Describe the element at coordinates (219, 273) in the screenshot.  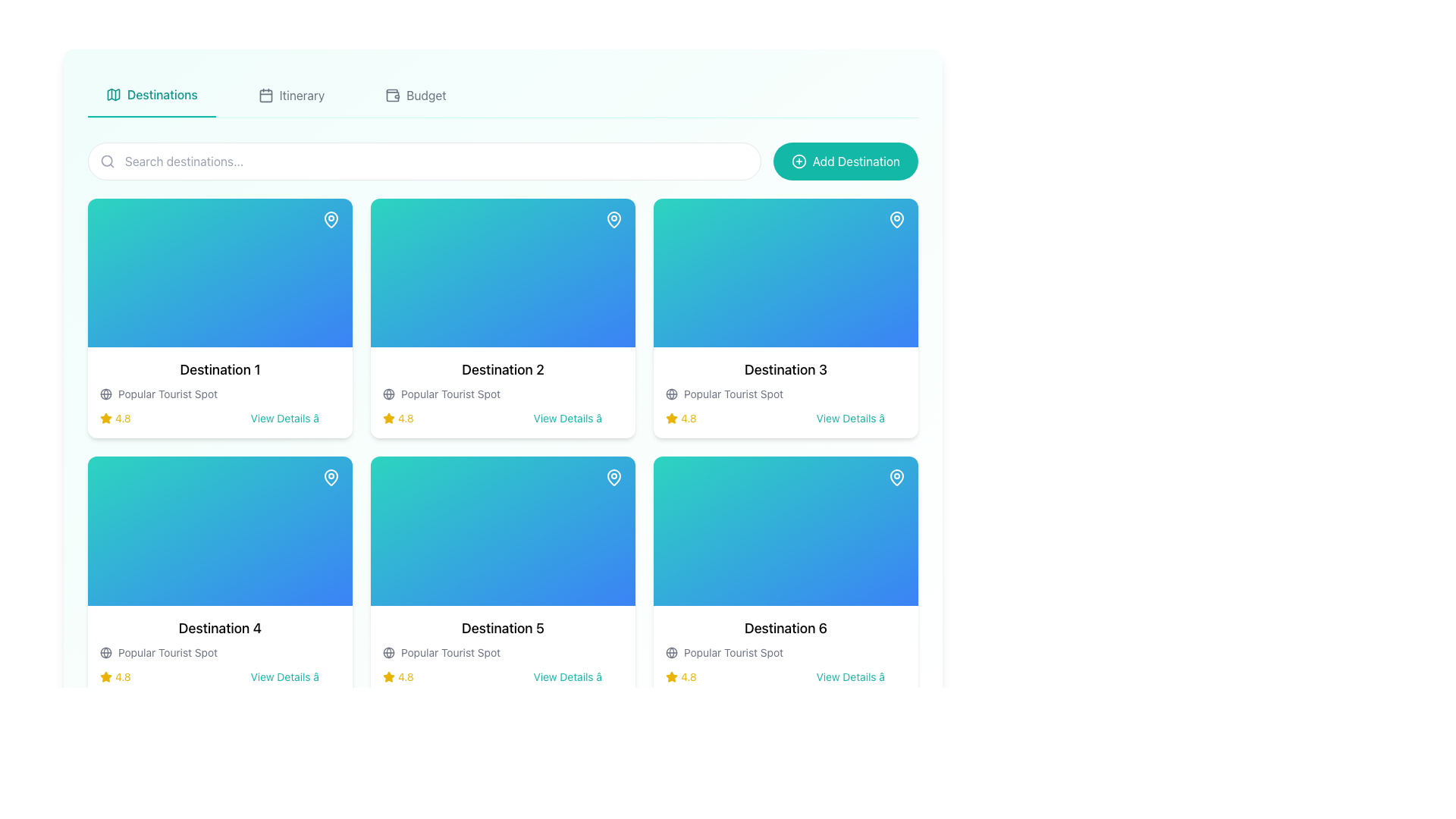
I see `the Decorative background element featuring a gradient from teal to blue with a rounded corner, located in the top left card below the search bar and to the right of the Destinations tab` at that location.